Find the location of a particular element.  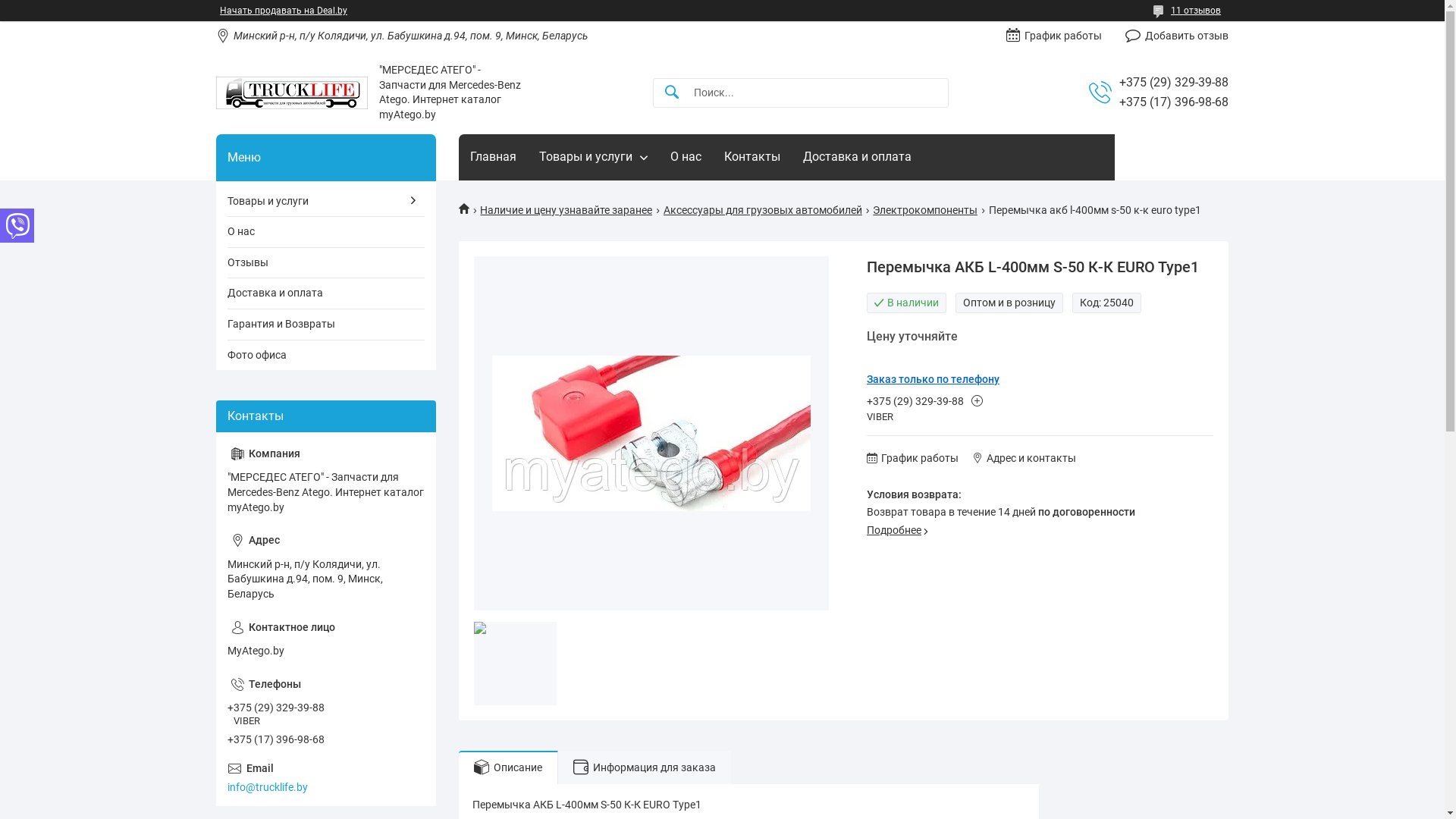

'info@trucklife.by' is located at coordinates (226, 778).